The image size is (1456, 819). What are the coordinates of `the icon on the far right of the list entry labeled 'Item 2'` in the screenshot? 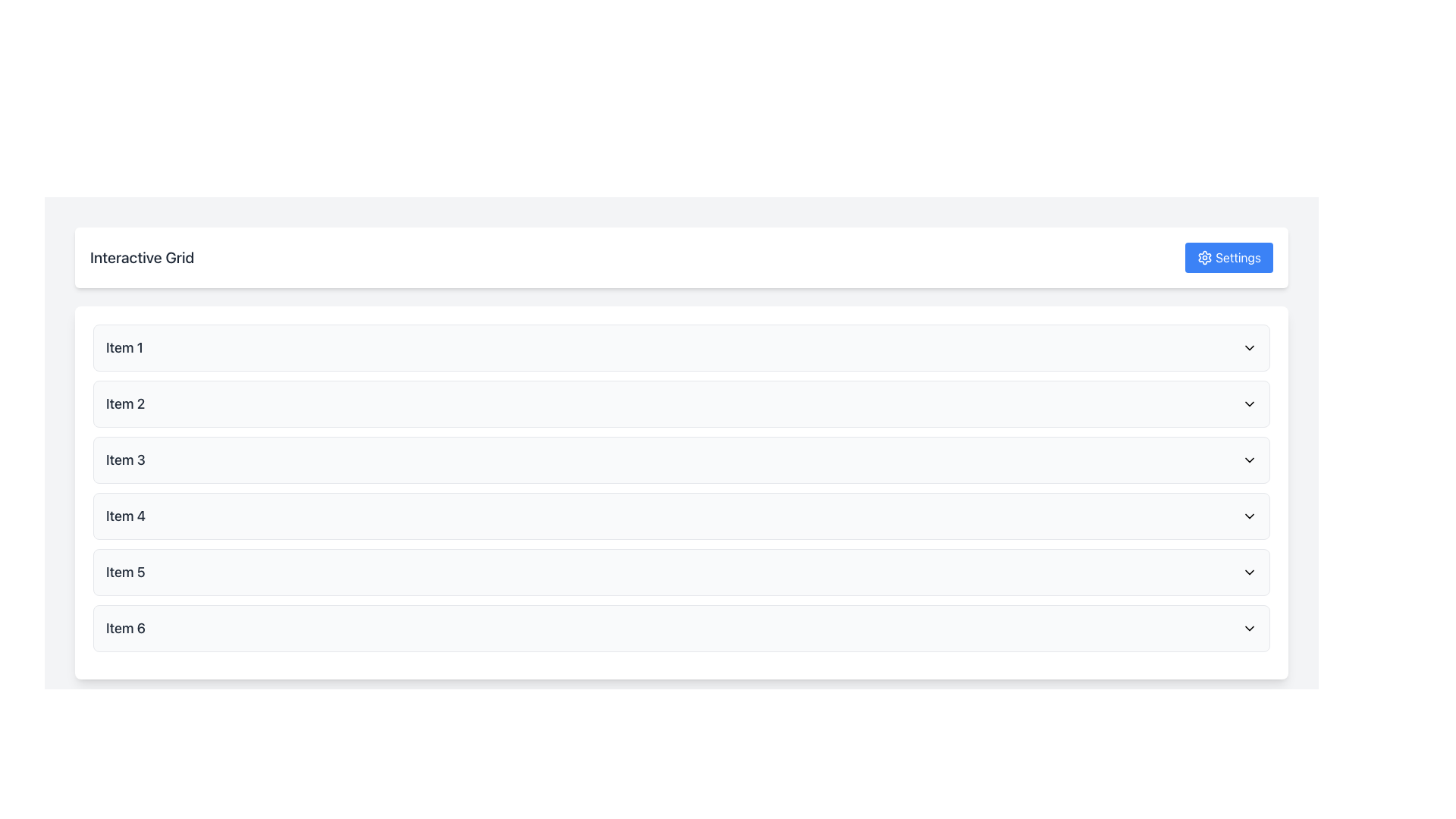 It's located at (1249, 403).